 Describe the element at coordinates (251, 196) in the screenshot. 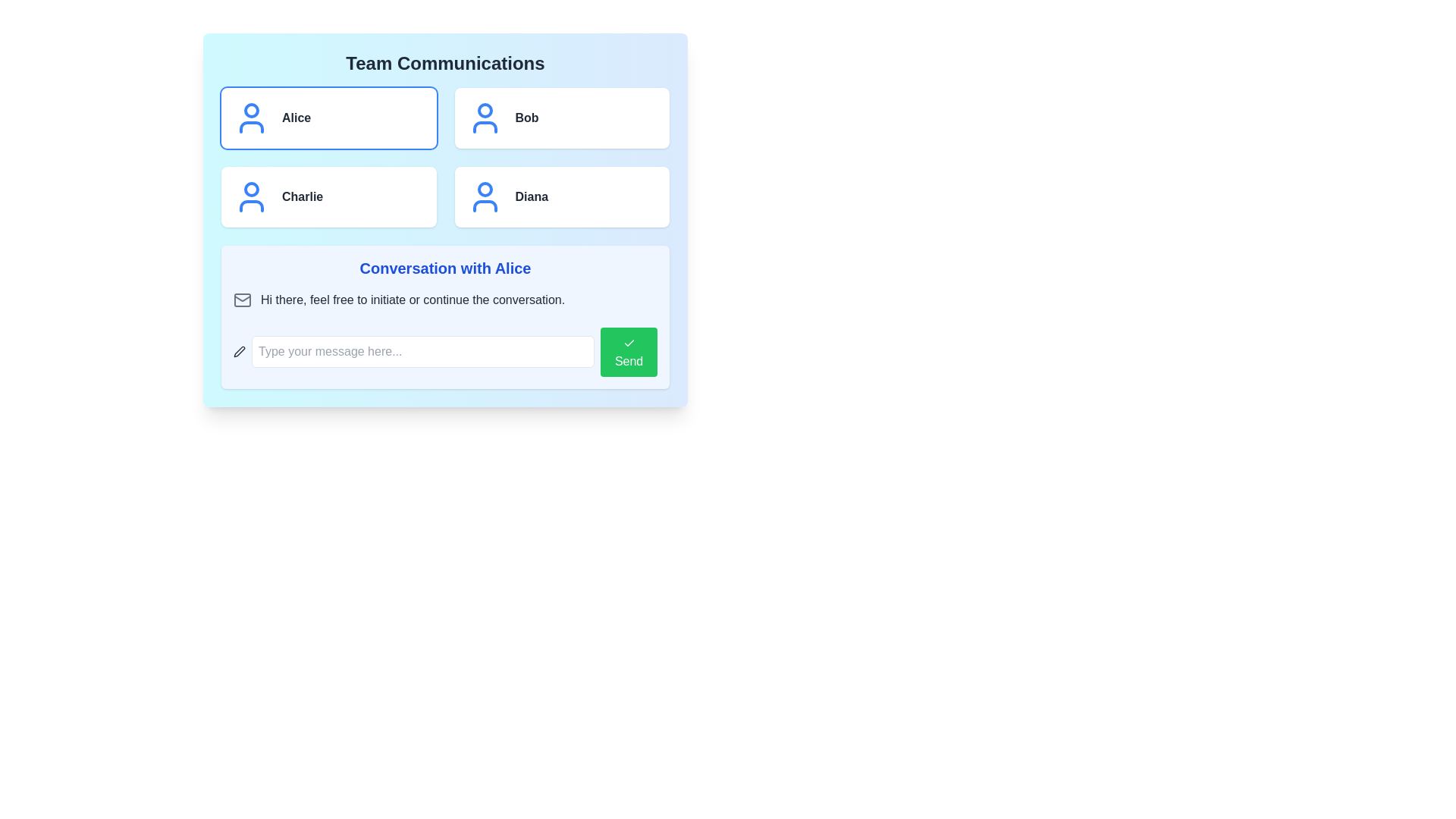

I see `the user profile icon styled in blue, located to the left of the name 'Charlie' in the user list` at that location.